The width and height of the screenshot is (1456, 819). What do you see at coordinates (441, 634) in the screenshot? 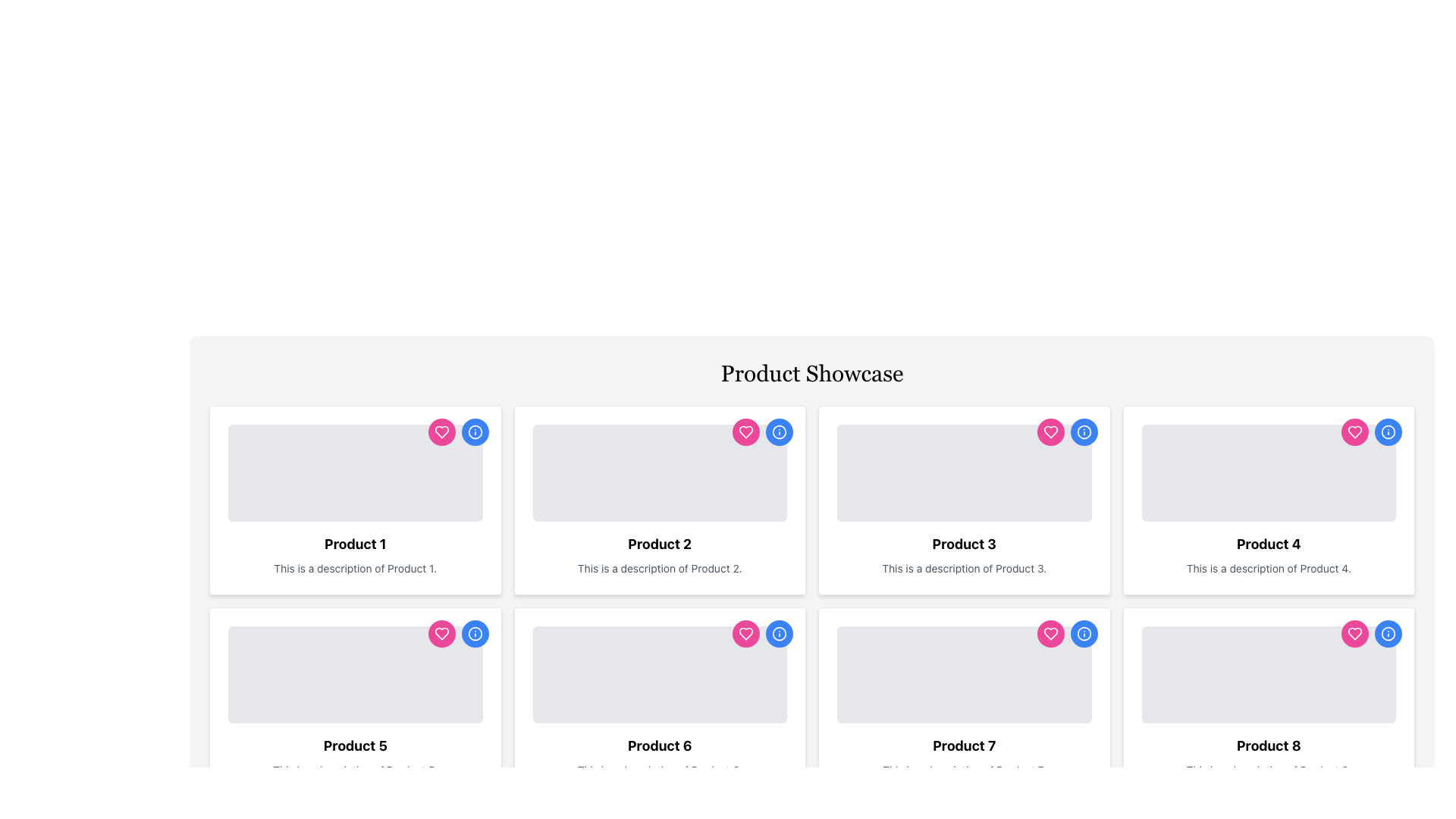
I see `the heart-shaped pink icon located in the top-right corner of the product card in the first column of the second row to mark the product` at bounding box center [441, 634].